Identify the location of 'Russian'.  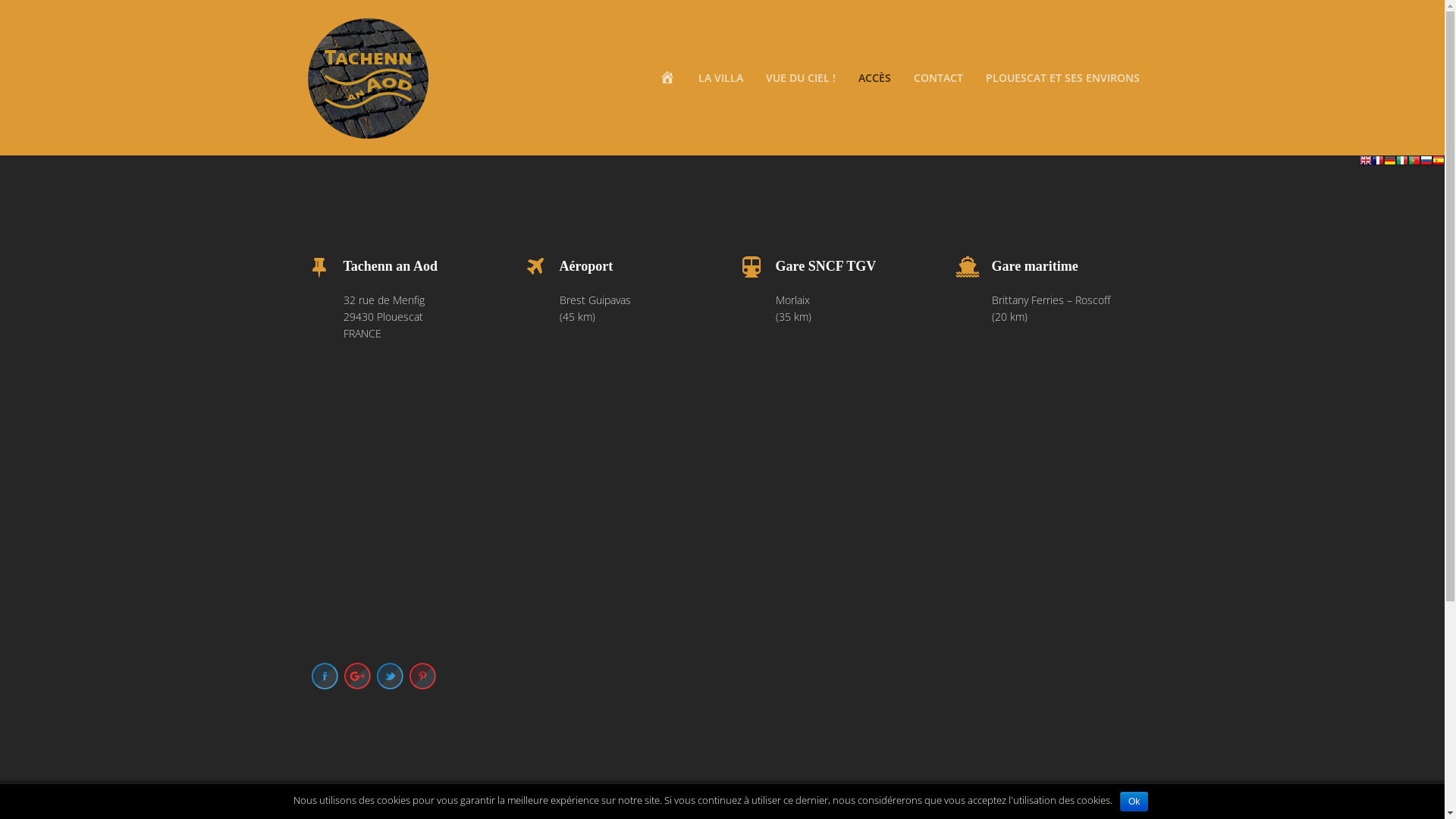
(1426, 164).